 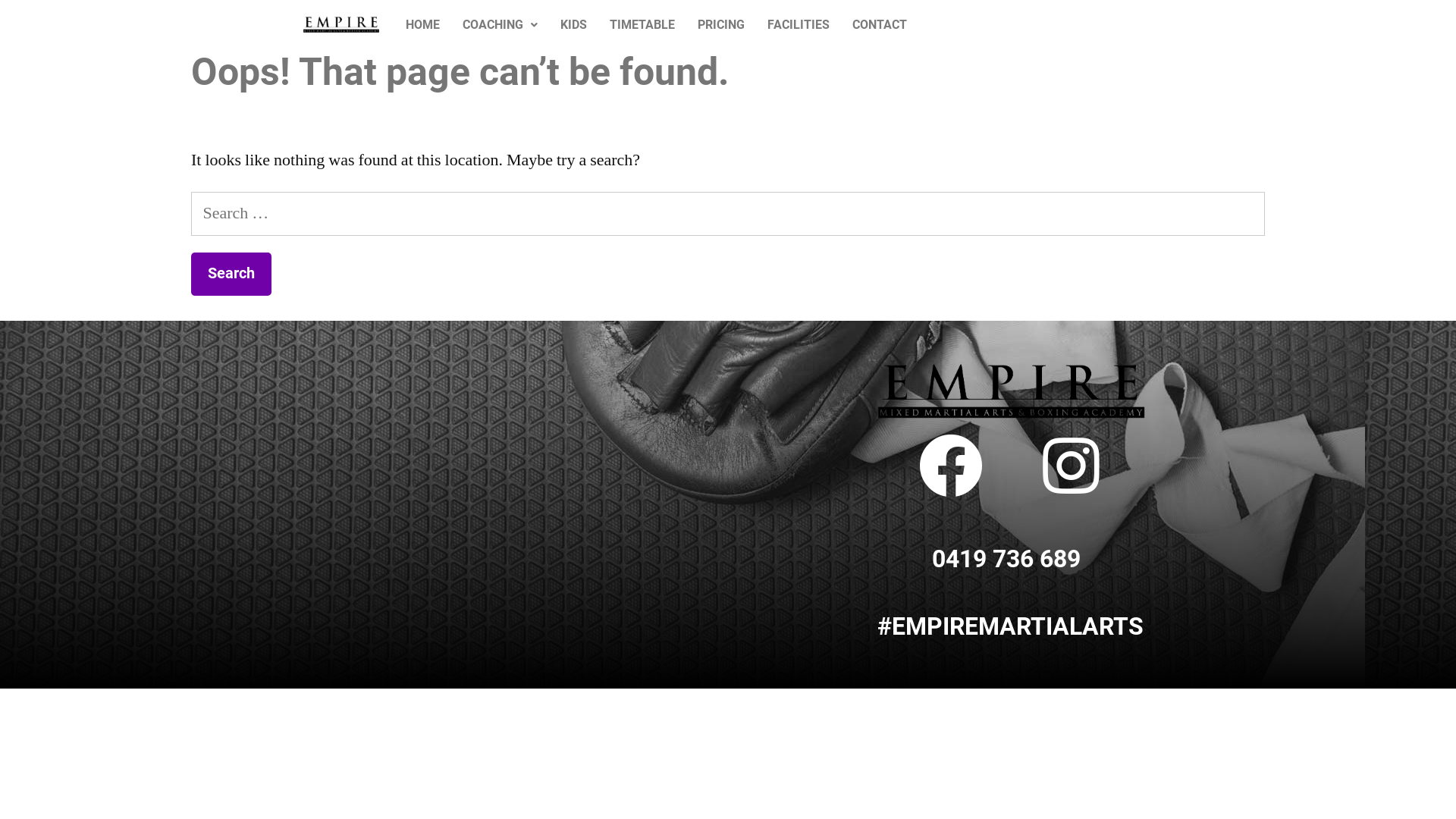 I want to click on 'FACILITIES', so click(x=797, y=25).